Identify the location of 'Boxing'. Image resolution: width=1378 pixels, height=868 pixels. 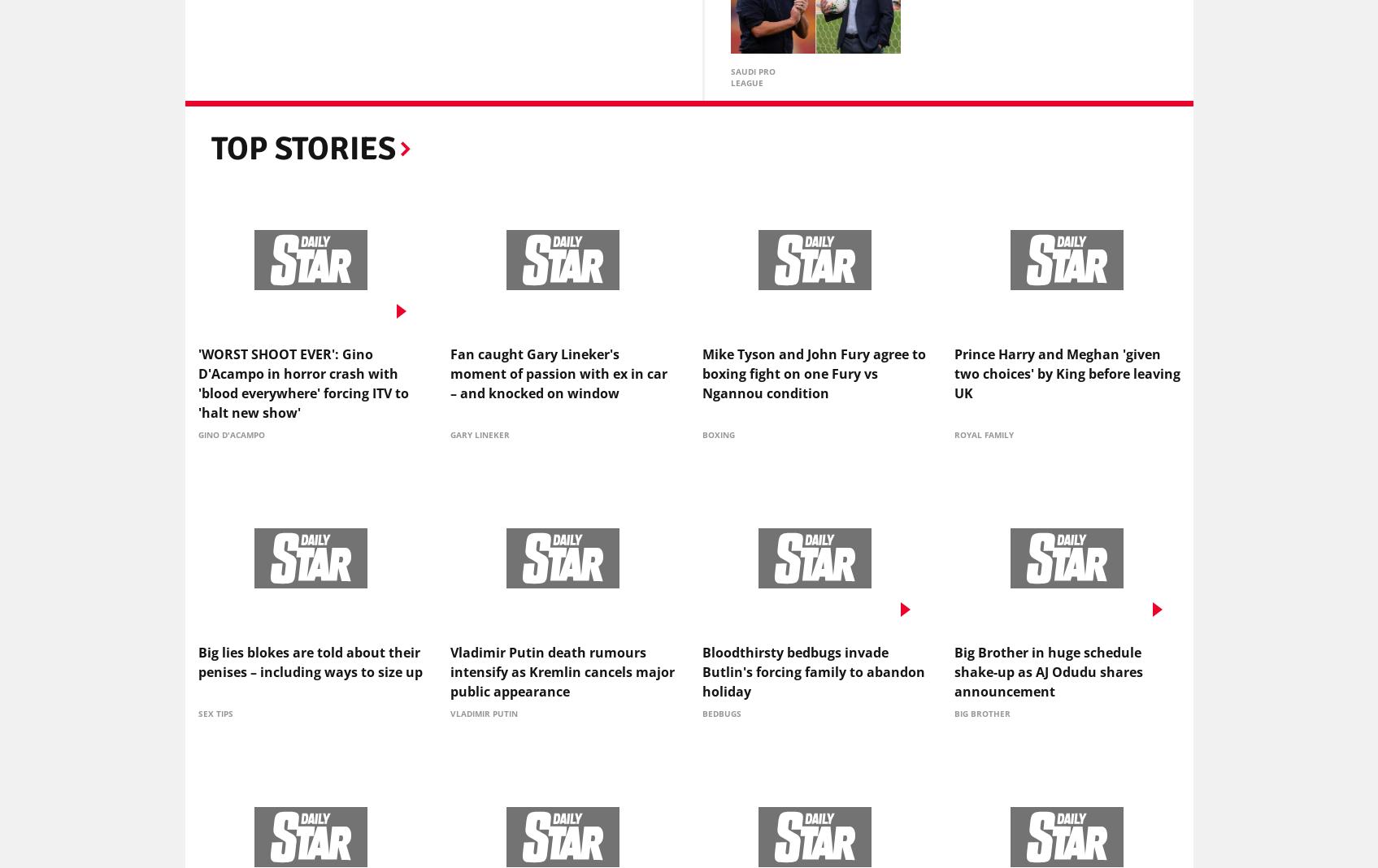
(716, 437).